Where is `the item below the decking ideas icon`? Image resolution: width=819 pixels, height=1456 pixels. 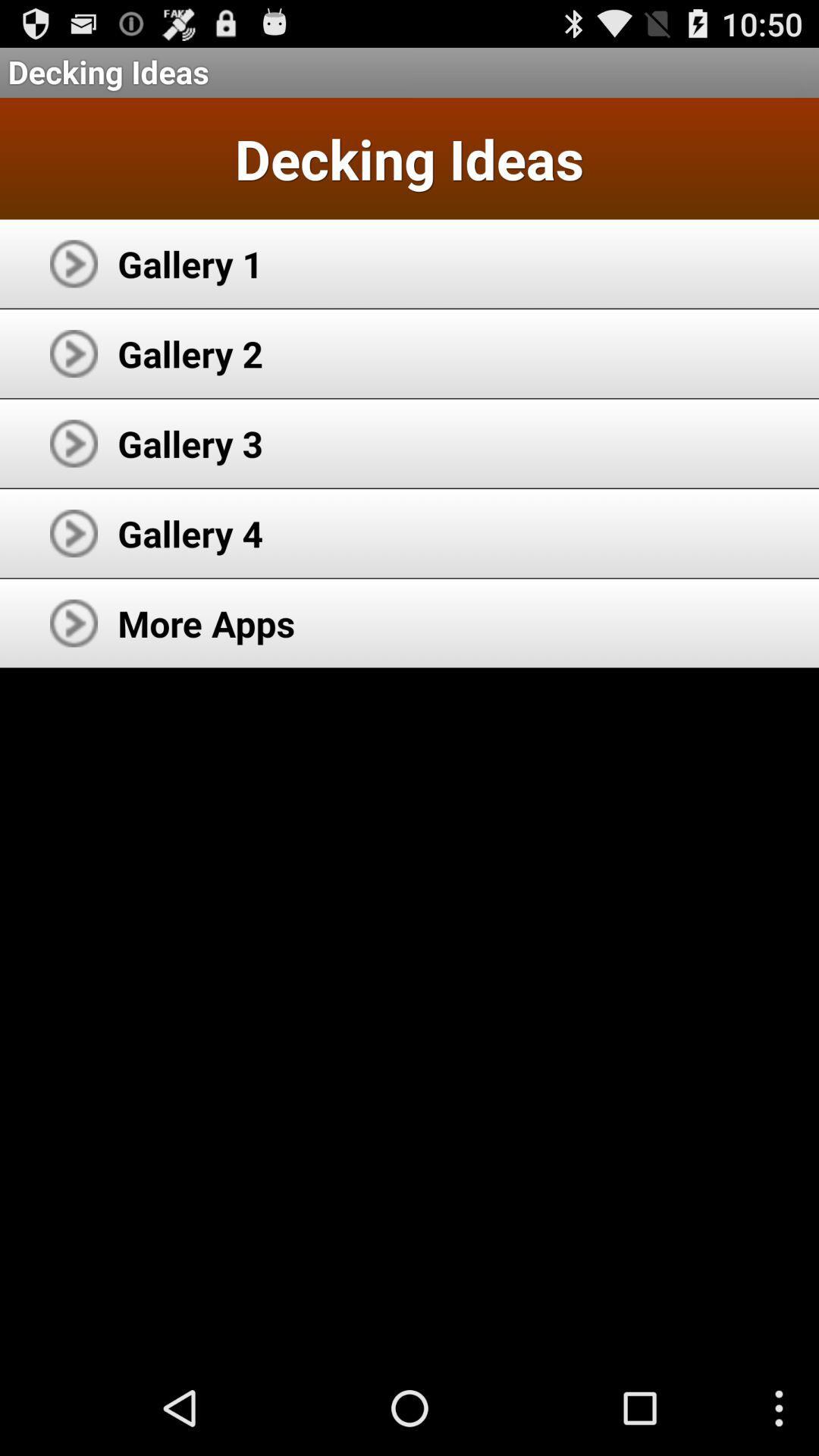 the item below the decking ideas icon is located at coordinates (190, 263).